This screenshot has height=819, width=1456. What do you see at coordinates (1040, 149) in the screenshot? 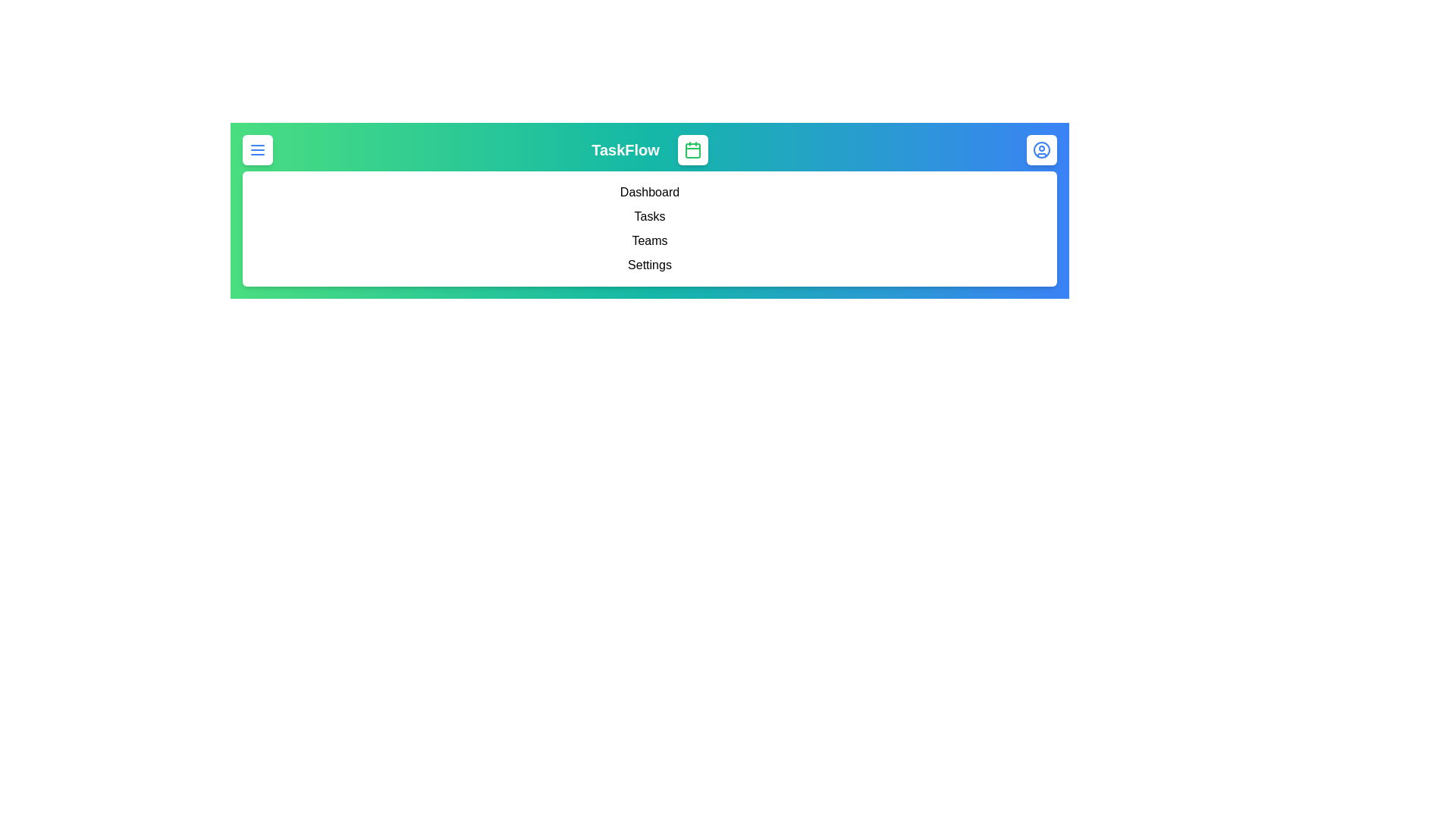
I see `the user icon to access the user profile` at bounding box center [1040, 149].